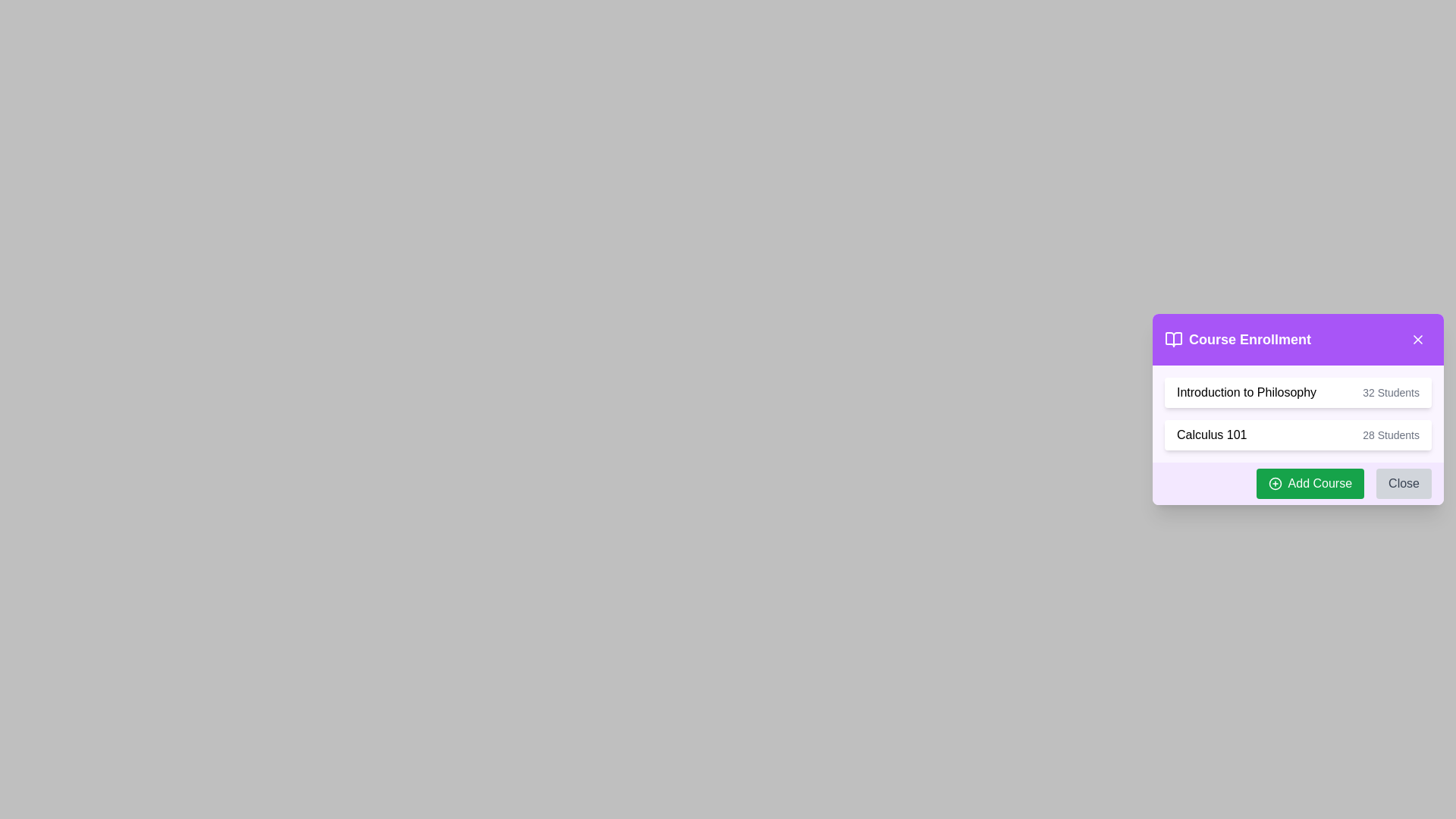 The image size is (1456, 819). What do you see at coordinates (1298, 483) in the screenshot?
I see `the 'Add Course' button located in the bottom section of the course-enrollment dialog box for visual feedback` at bounding box center [1298, 483].